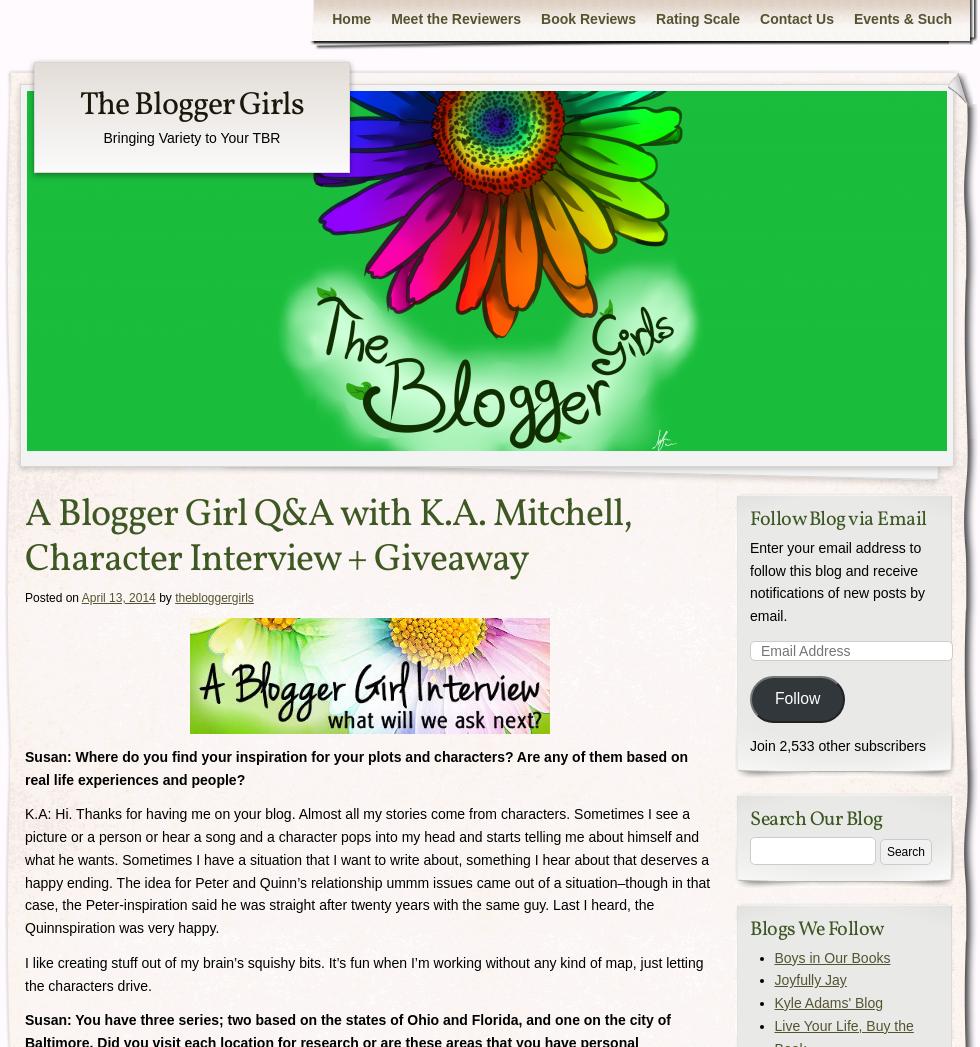  I want to click on 'Enter your email address to follow this blog and receive notifications of new posts by email.', so click(837, 580).